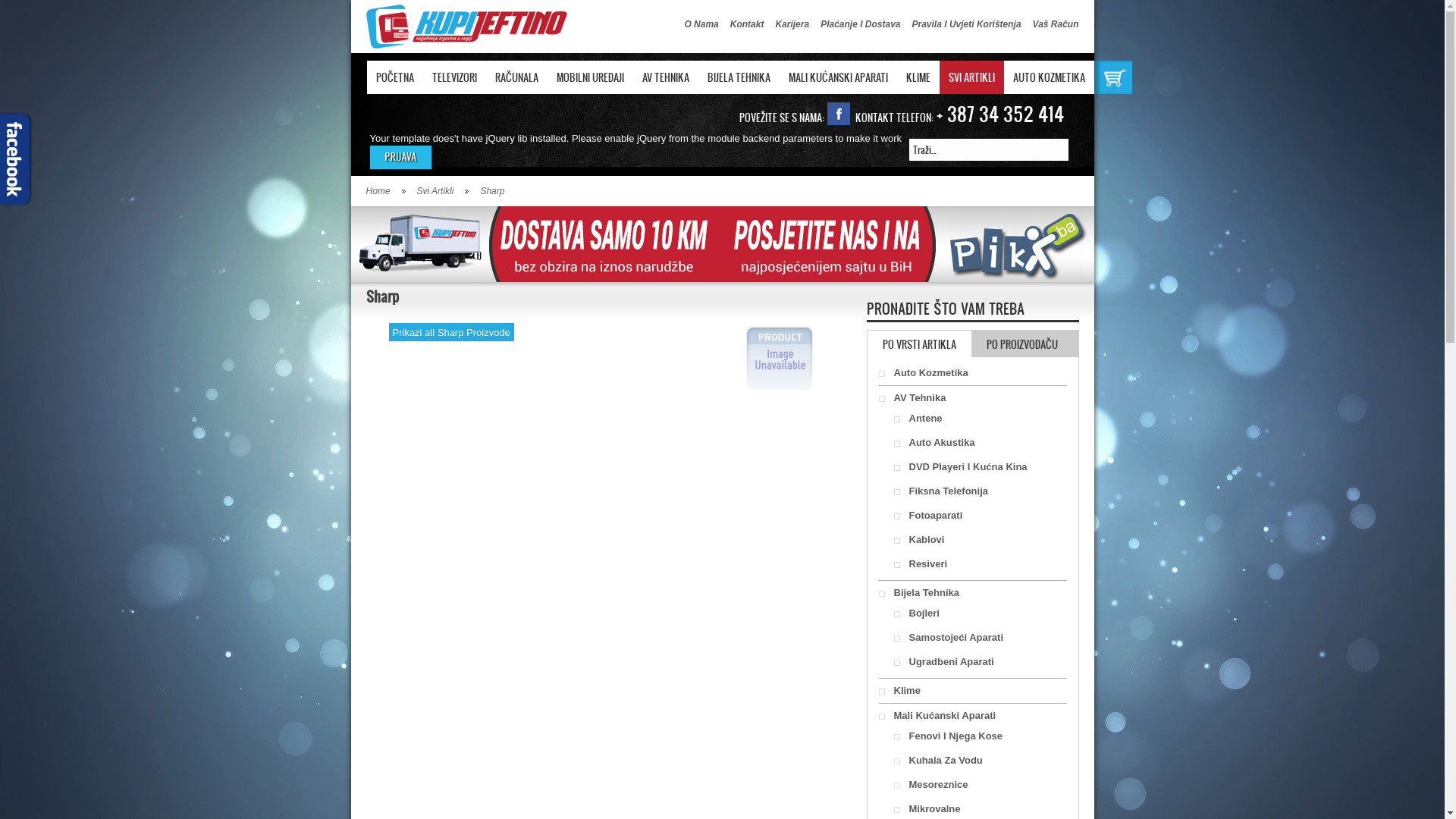  I want to click on 'Ugradbeni Aparati', so click(979, 661).